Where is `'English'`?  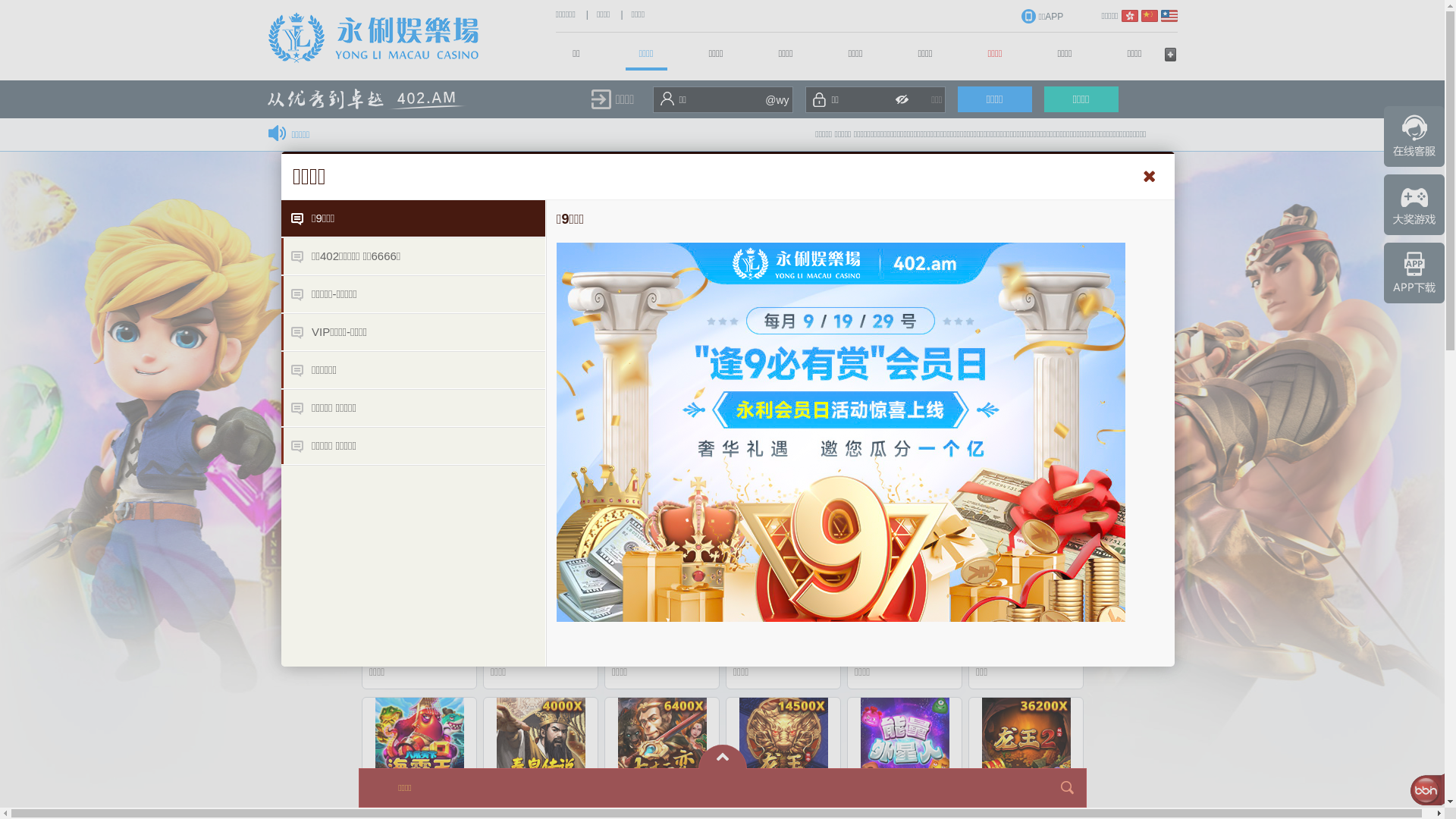 'English' is located at coordinates (1167, 15).